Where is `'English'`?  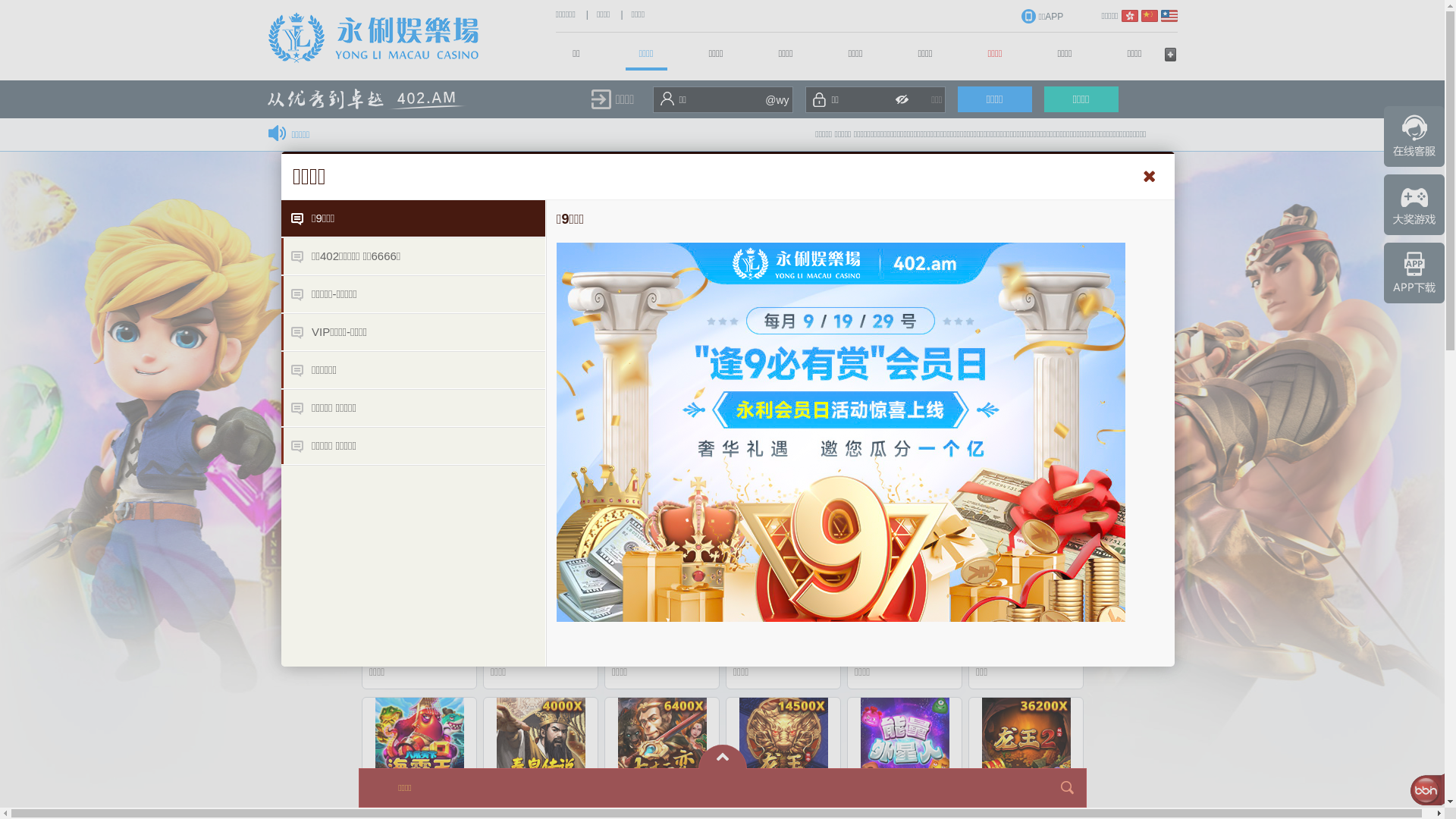 'English' is located at coordinates (1167, 15).